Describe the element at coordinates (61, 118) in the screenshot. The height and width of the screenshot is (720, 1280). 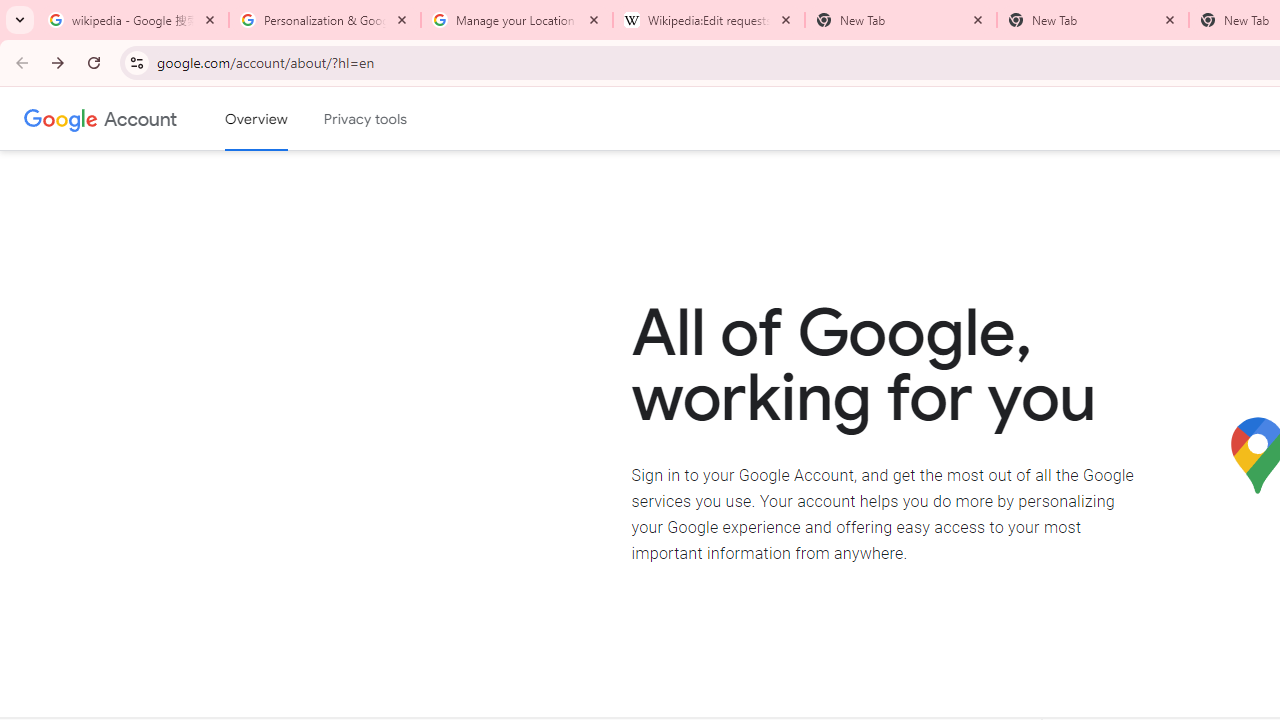
I see `'Google logo'` at that location.